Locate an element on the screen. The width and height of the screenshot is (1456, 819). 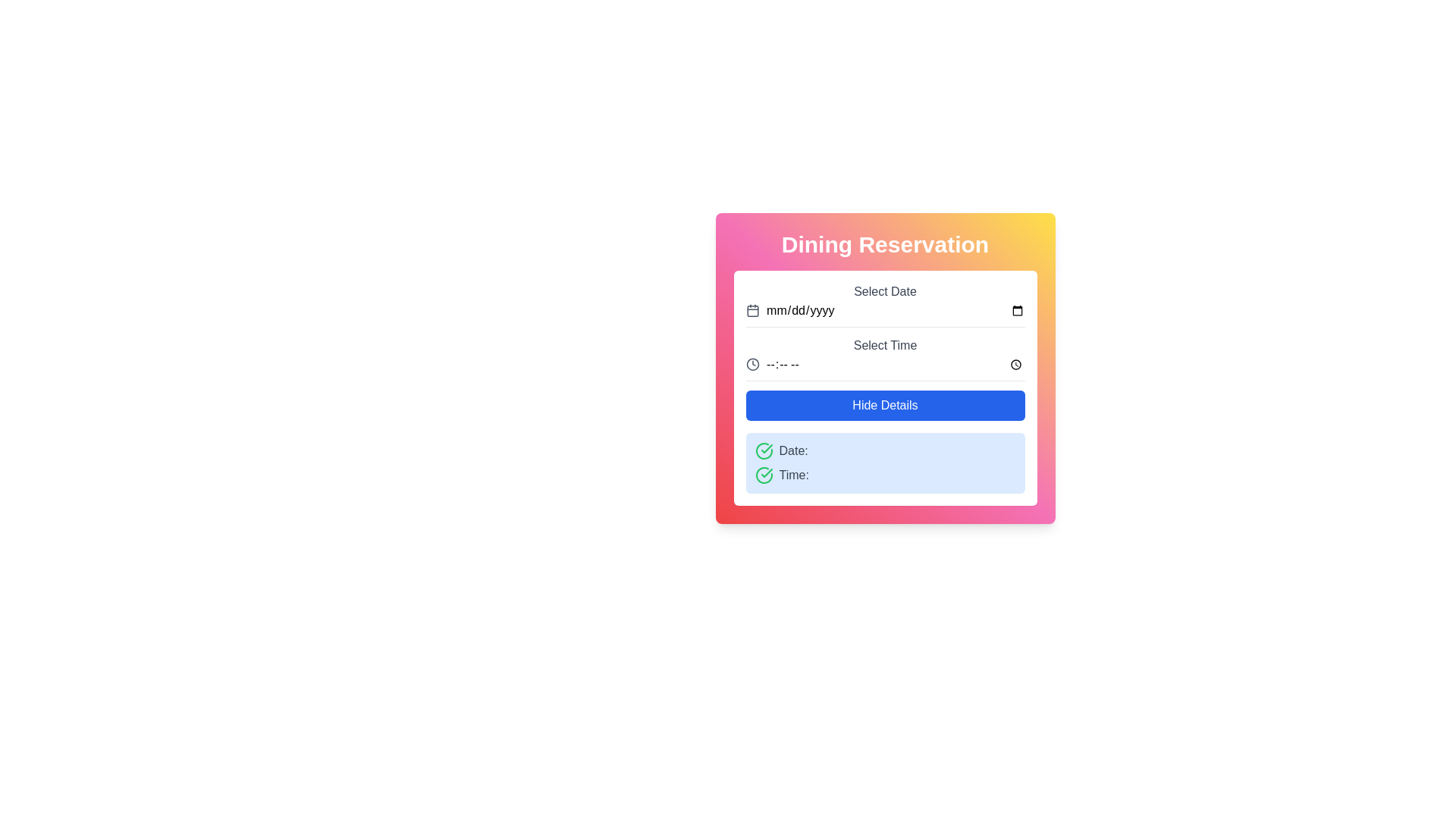
the circular outline of the clock icon located to the right of the 'Select Time' text field is located at coordinates (752, 365).